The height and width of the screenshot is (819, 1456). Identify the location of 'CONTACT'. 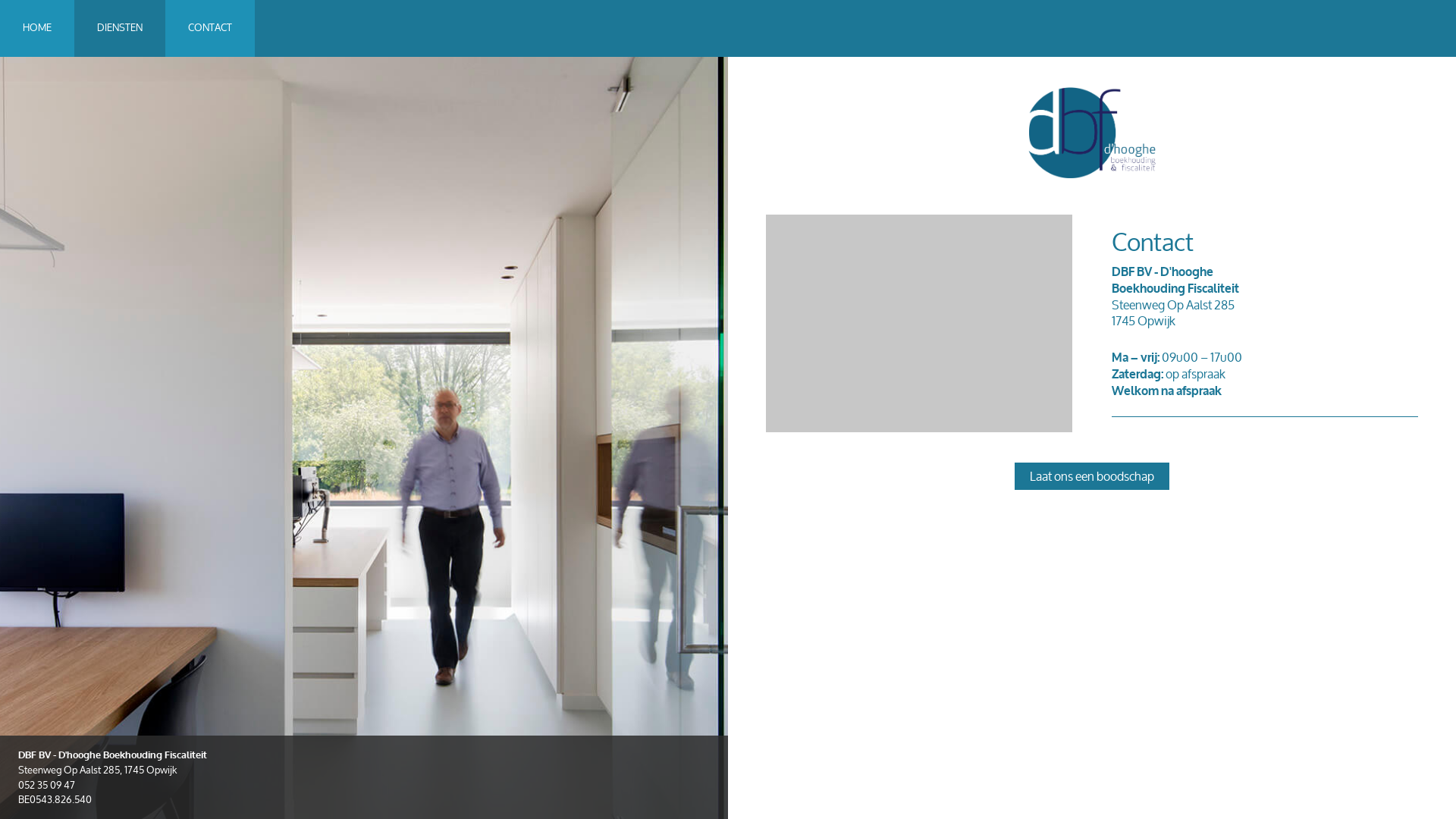
(209, 28).